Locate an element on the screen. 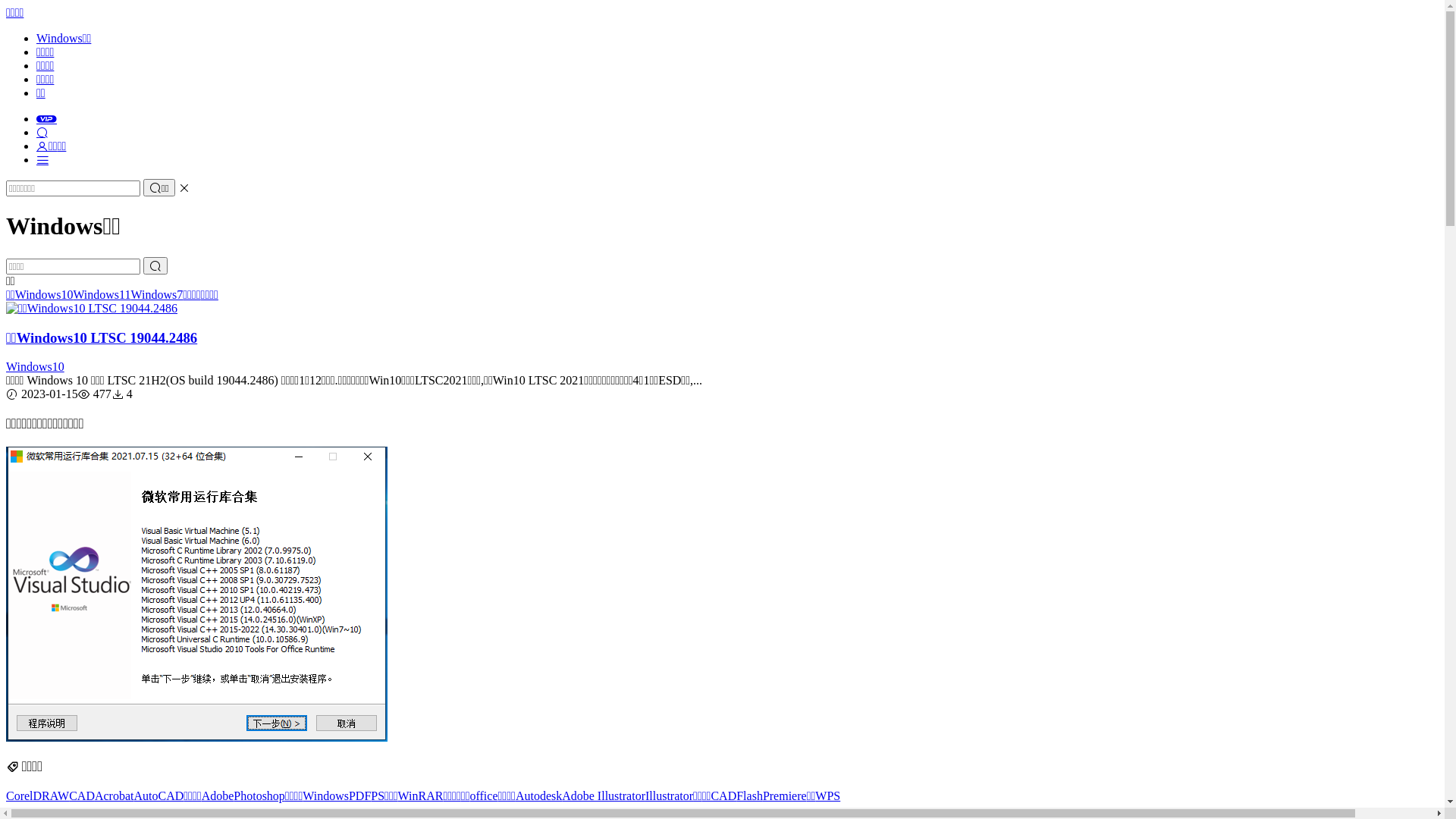  'Illustrator' is located at coordinates (668, 795).